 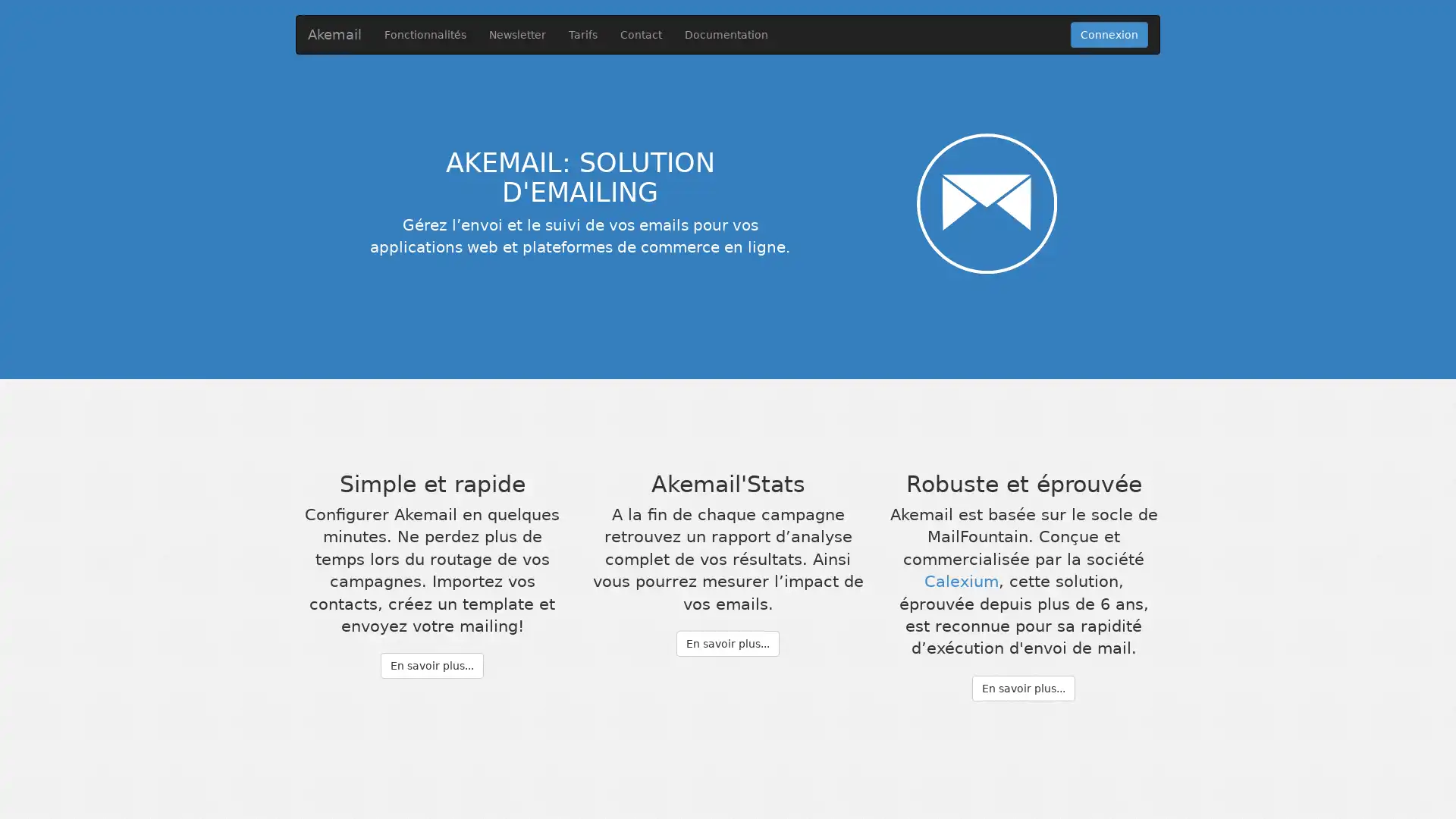 What do you see at coordinates (431, 665) in the screenshot?
I see `En savoir plus...` at bounding box center [431, 665].